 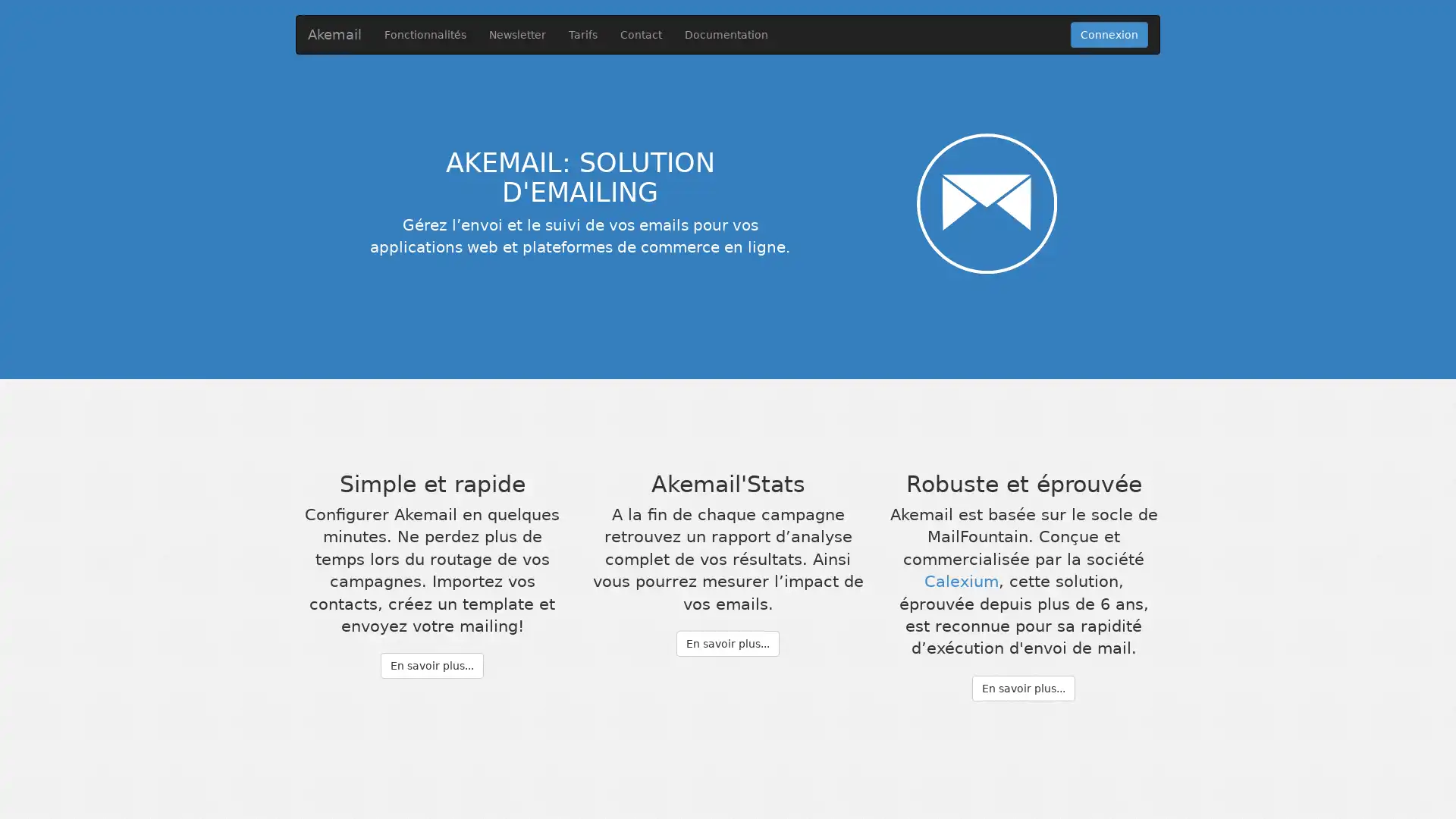 What do you see at coordinates (431, 665) in the screenshot?
I see `En savoir plus...` at bounding box center [431, 665].